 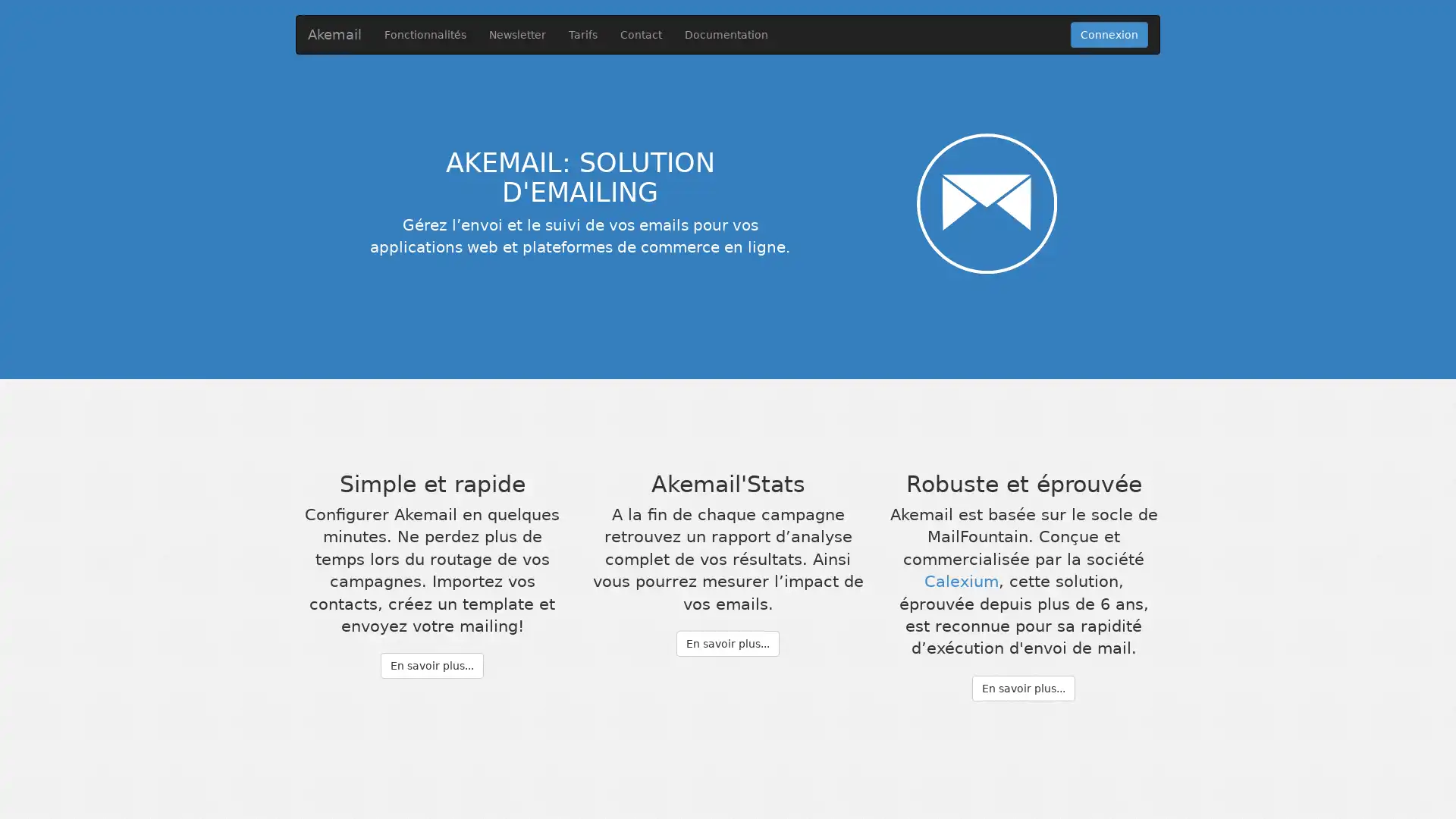 What do you see at coordinates (431, 665) in the screenshot?
I see `En savoir plus...` at bounding box center [431, 665].